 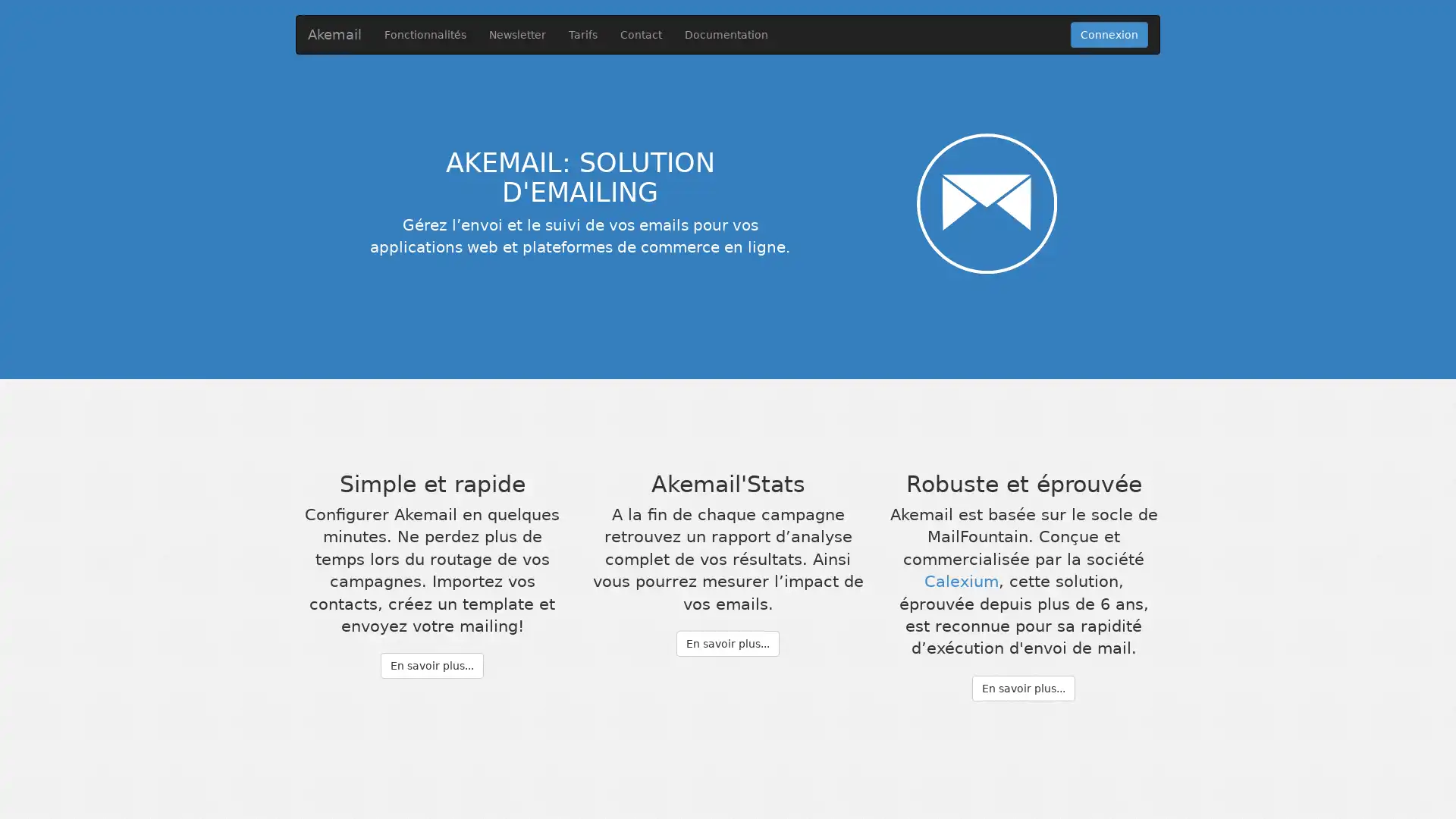 What do you see at coordinates (431, 665) in the screenshot?
I see `En savoir plus...` at bounding box center [431, 665].